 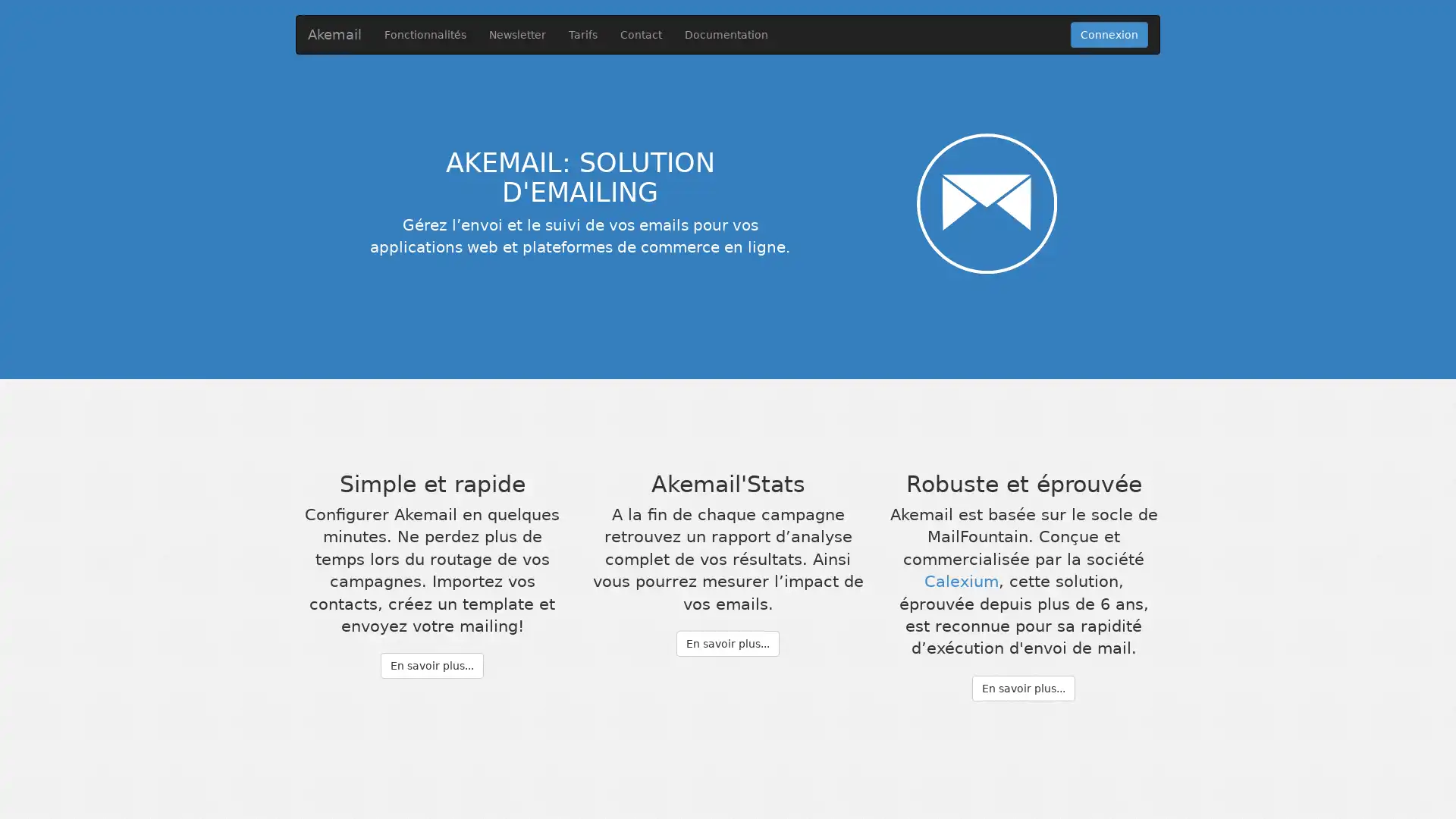 What do you see at coordinates (431, 665) in the screenshot?
I see `En savoir plus...` at bounding box center [431, 665].